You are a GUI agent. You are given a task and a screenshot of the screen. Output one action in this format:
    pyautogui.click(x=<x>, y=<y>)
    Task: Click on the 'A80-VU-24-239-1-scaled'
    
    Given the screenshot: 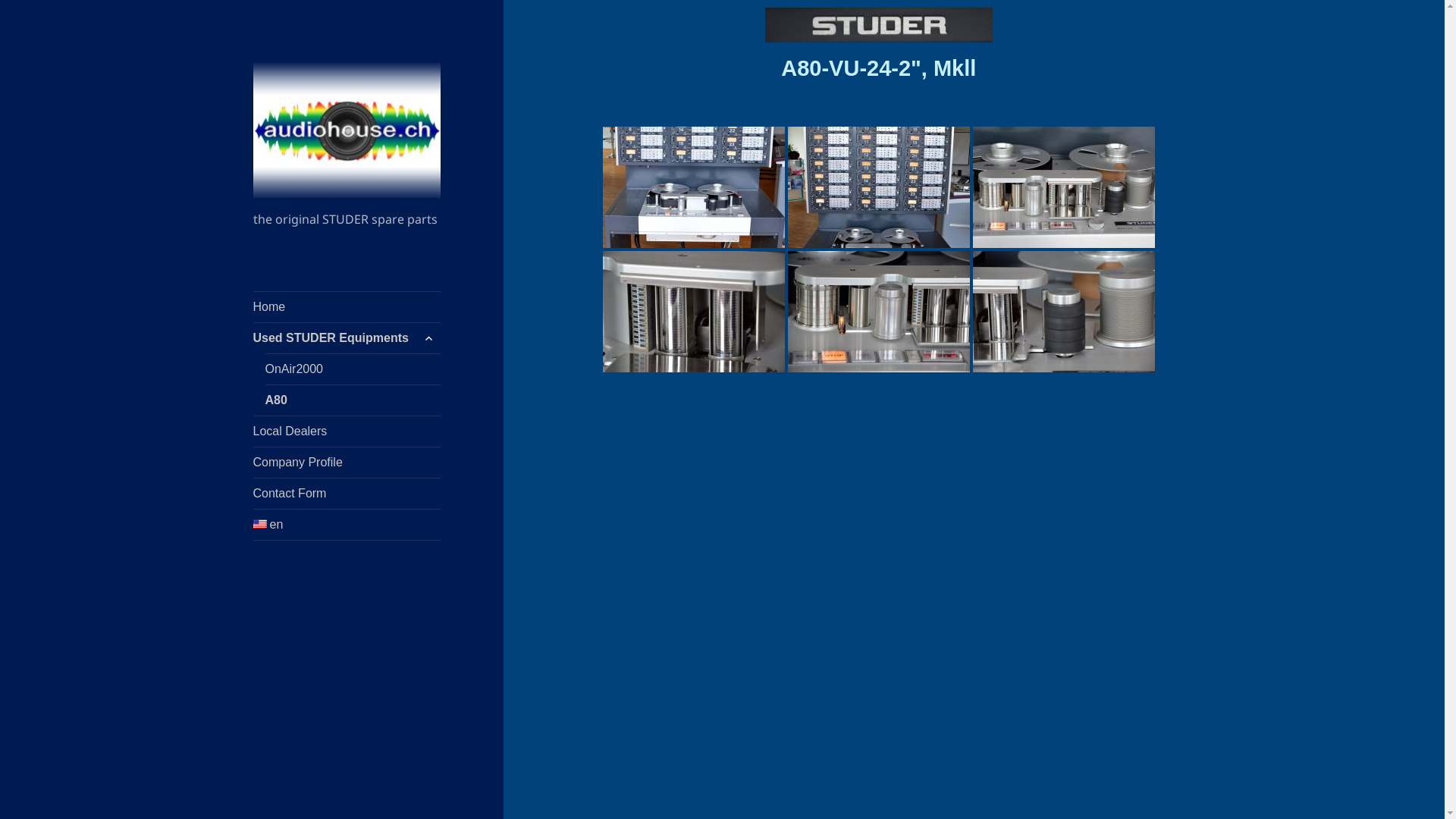 What is the action you would take?
    pyautogui.click(x=693, y=186)
    